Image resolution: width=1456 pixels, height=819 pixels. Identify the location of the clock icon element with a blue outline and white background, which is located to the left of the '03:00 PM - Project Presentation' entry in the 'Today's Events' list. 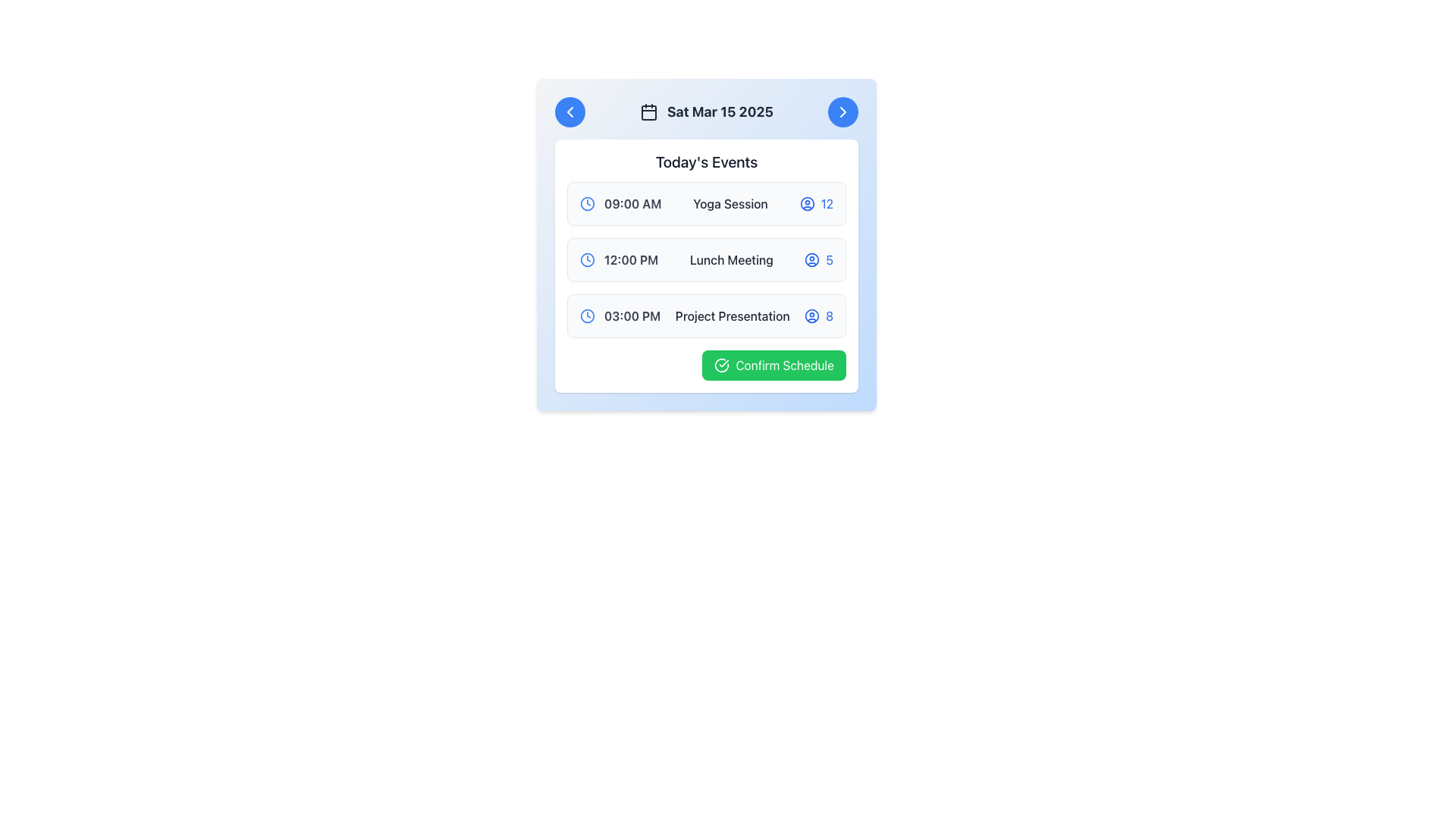
(586, 315).